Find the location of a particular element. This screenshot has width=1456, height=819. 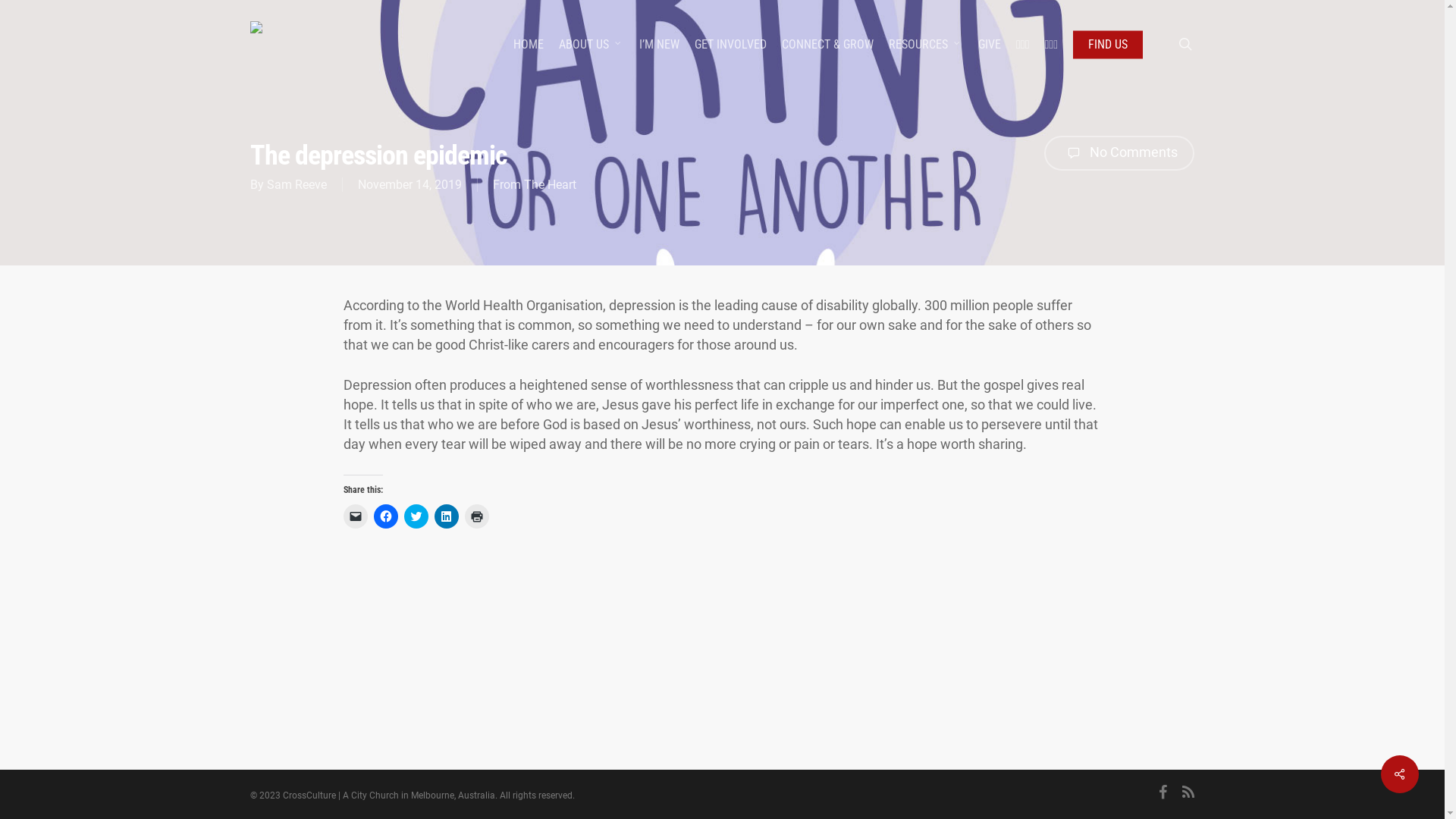

'ABOUT US' is located at coordinates (590, 42).